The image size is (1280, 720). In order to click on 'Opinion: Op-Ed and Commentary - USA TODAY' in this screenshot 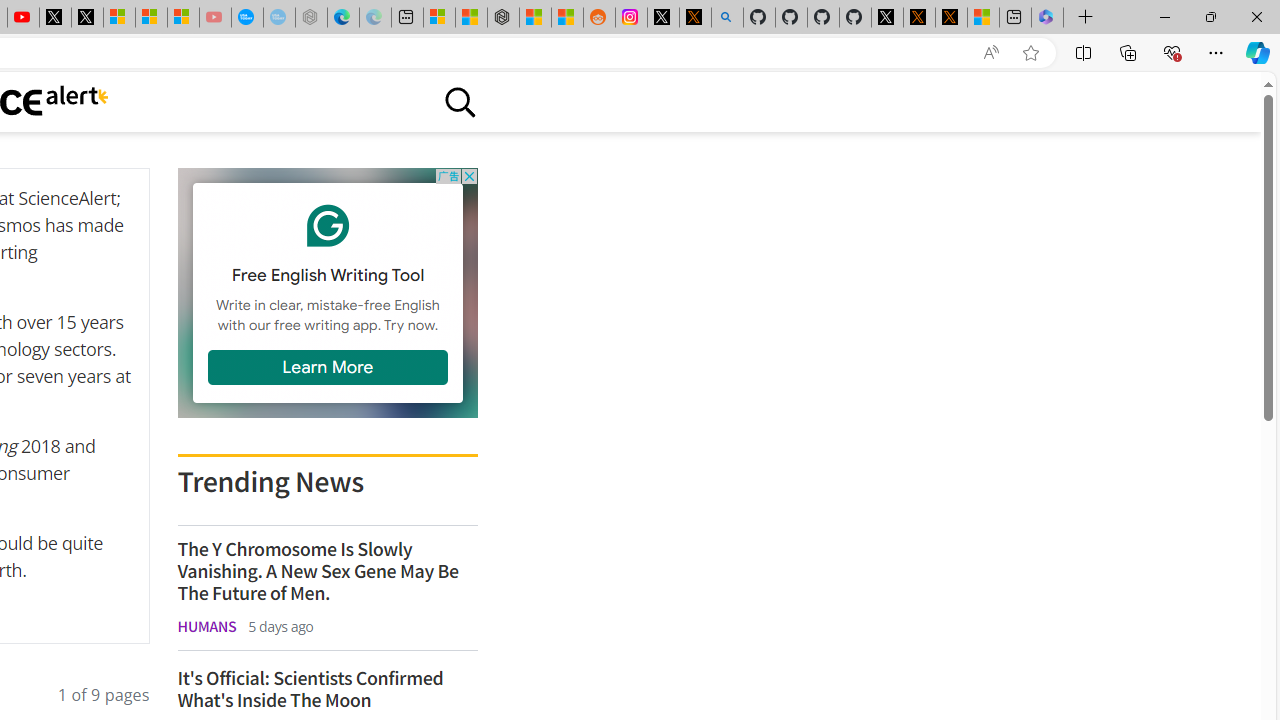, I will do `click(246, 17)`.